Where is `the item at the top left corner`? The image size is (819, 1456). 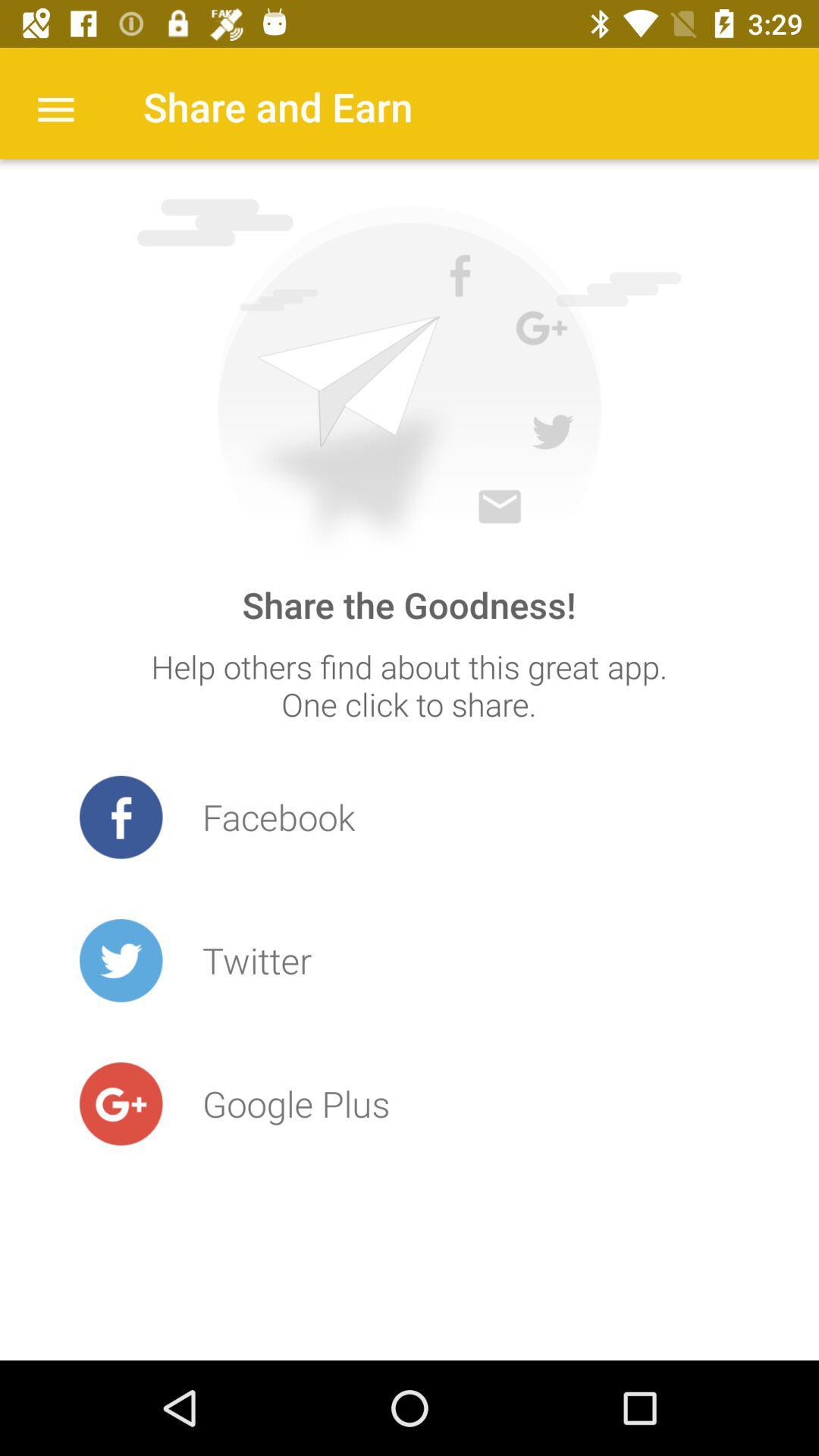 the item at the top left corner is located at coordinates (55, 107).